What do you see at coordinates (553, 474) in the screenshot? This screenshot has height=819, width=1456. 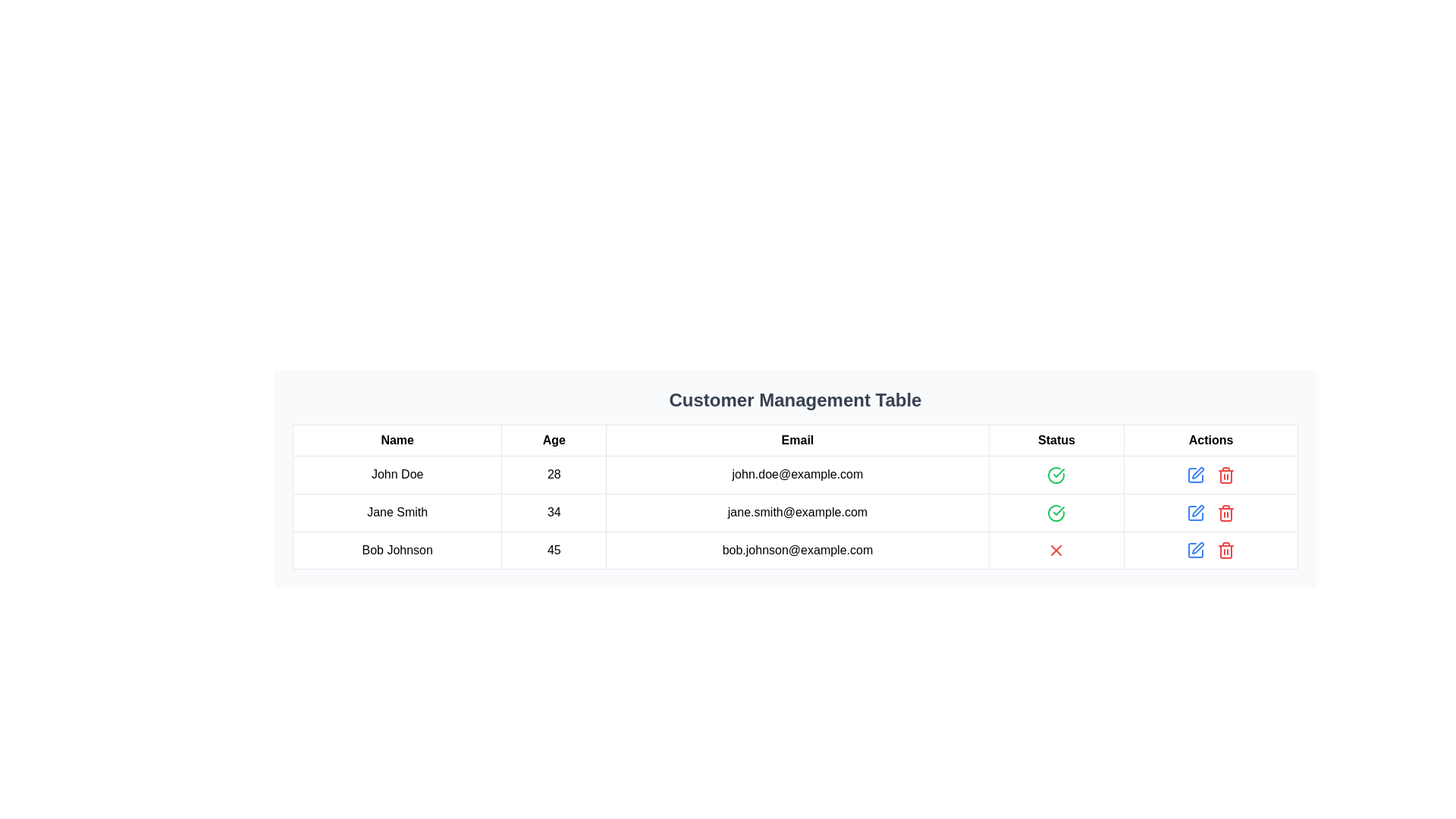 I see `the read-only text display cell showing the age of 'John Doe'` at bounding box center [553, 474].